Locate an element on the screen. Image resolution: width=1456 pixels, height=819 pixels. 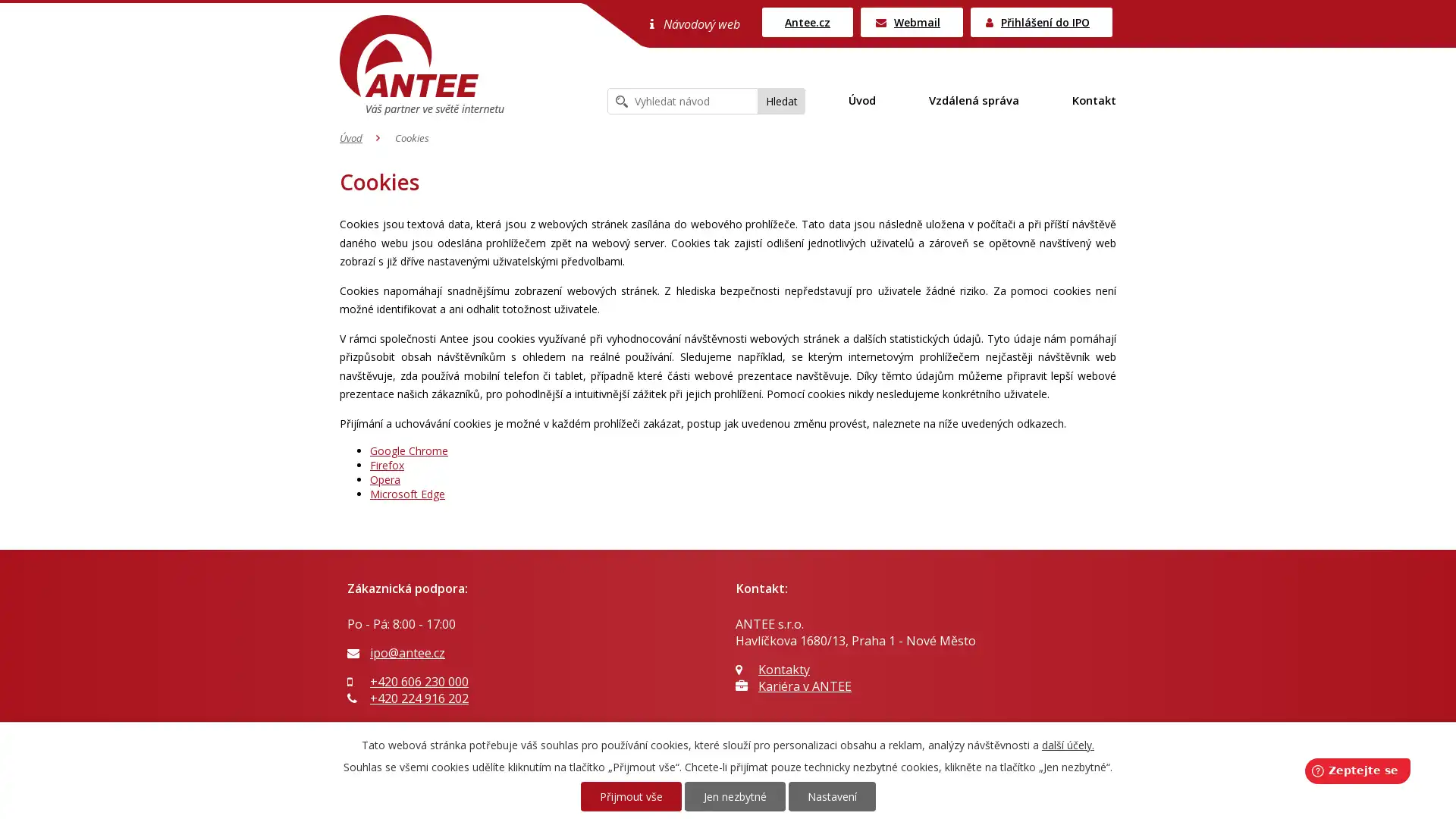
Hledat is located at coordinates (782, 101).